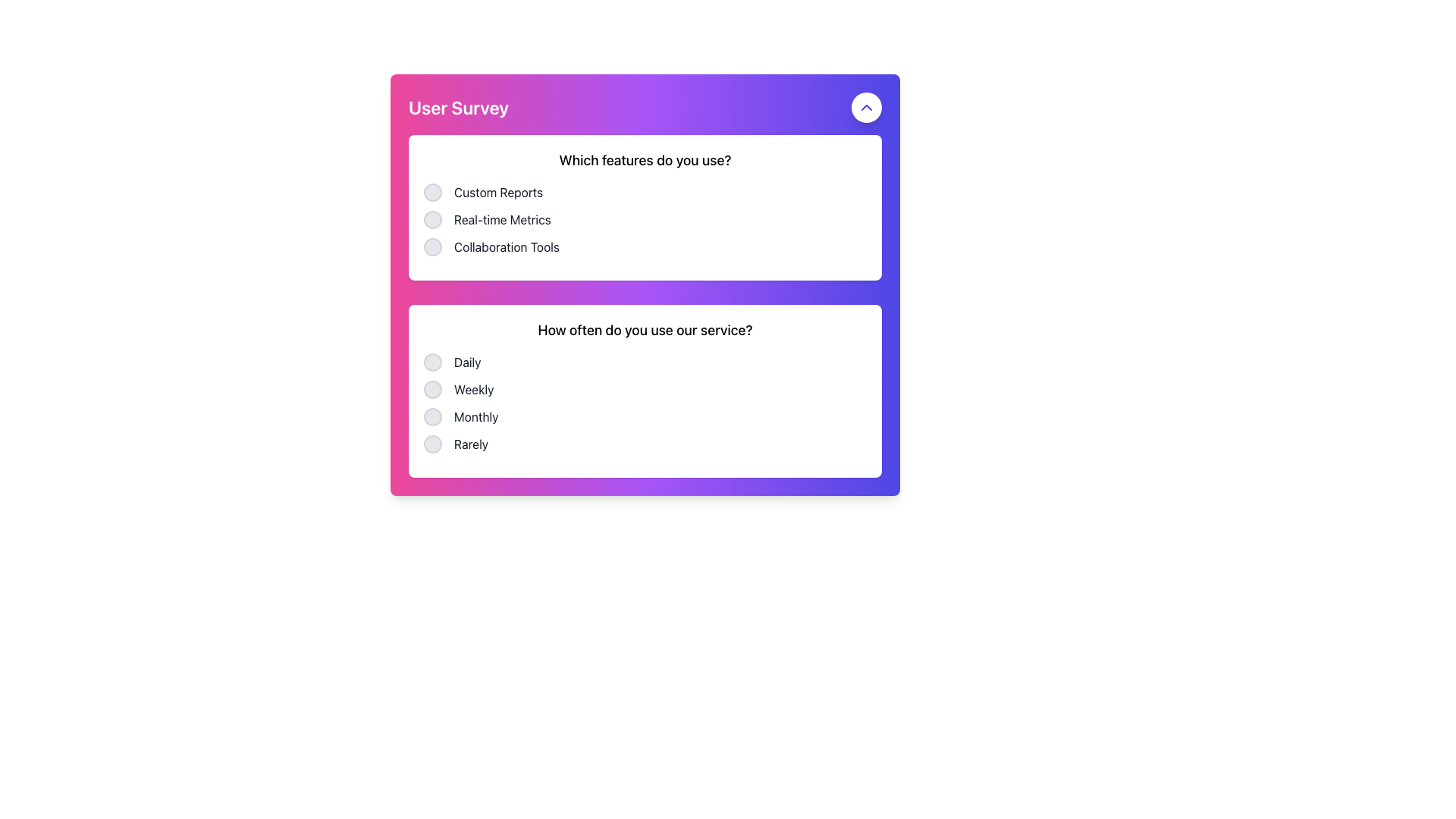  I want to click on the 'Monthly' radio button option, which is the third option in a vertical group under the question 'How often do you use our service?', so click(645, 417).